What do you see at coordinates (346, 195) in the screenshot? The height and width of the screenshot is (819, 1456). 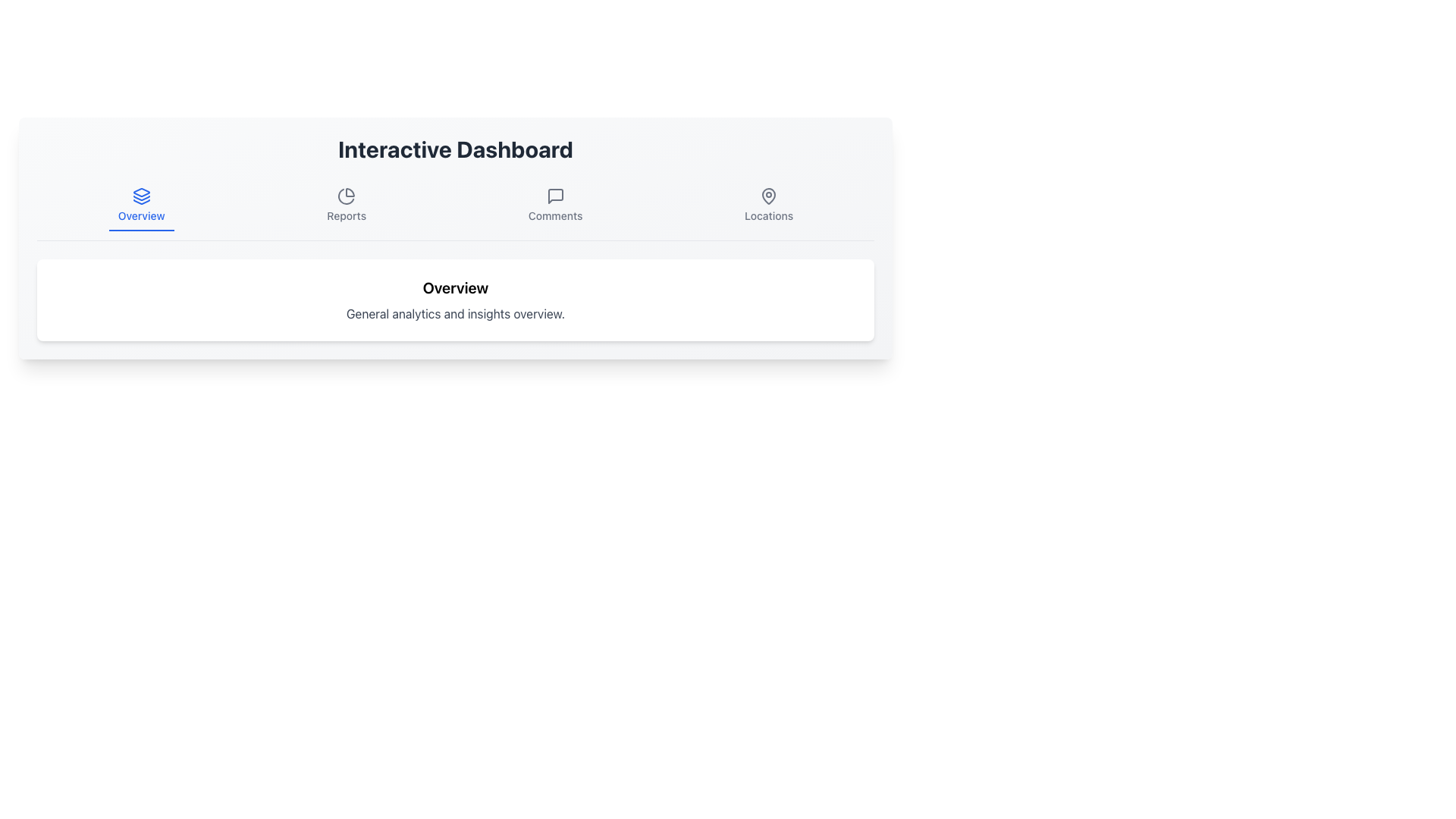 I see `the pie chart icon that is styled with a stroke and located above the 'Reports' label in the navigation bar` at bounding box center [346, 195].